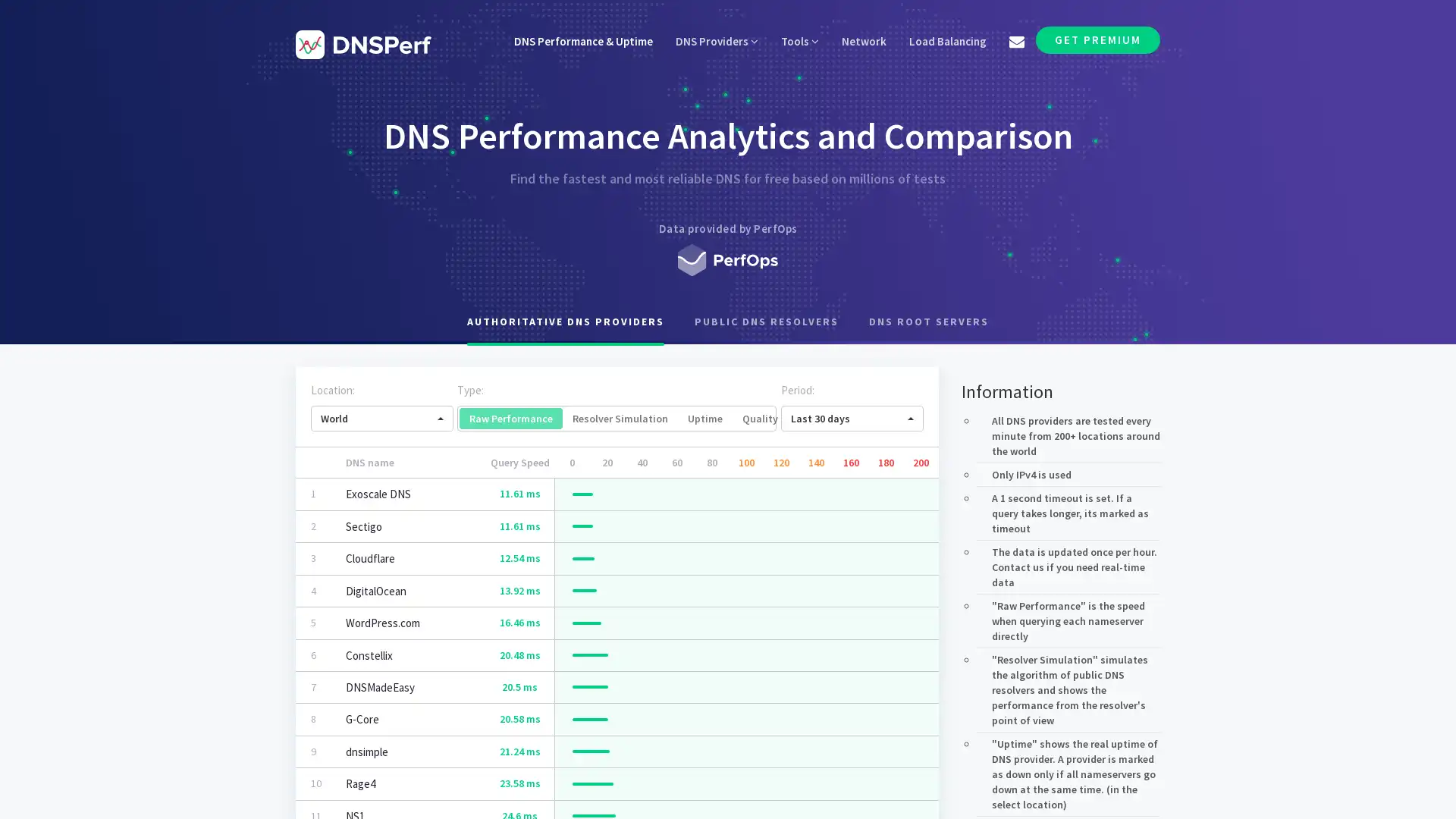  I want to click on Last 30 days, so click(852, 418).